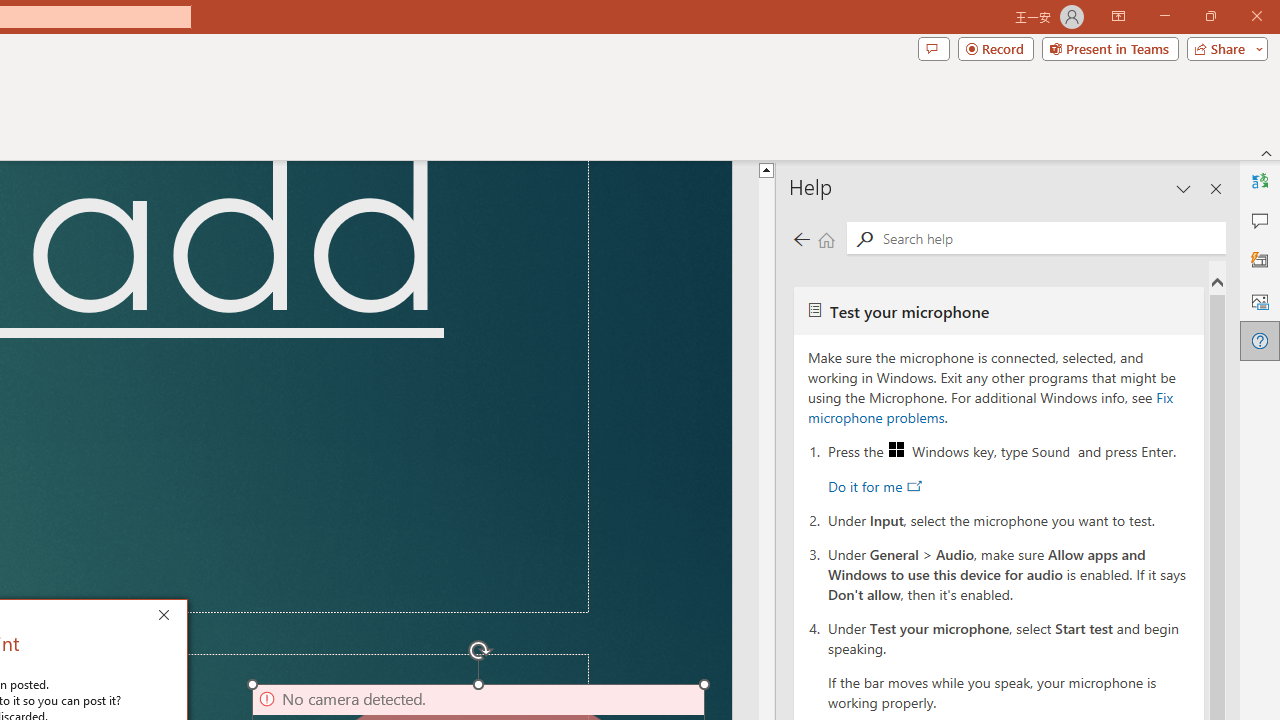 This screenshot has width=1280, height=720. Describe the element at coordinates (874, 486) in the screenshot. I see `'Do it for me'` at that location.